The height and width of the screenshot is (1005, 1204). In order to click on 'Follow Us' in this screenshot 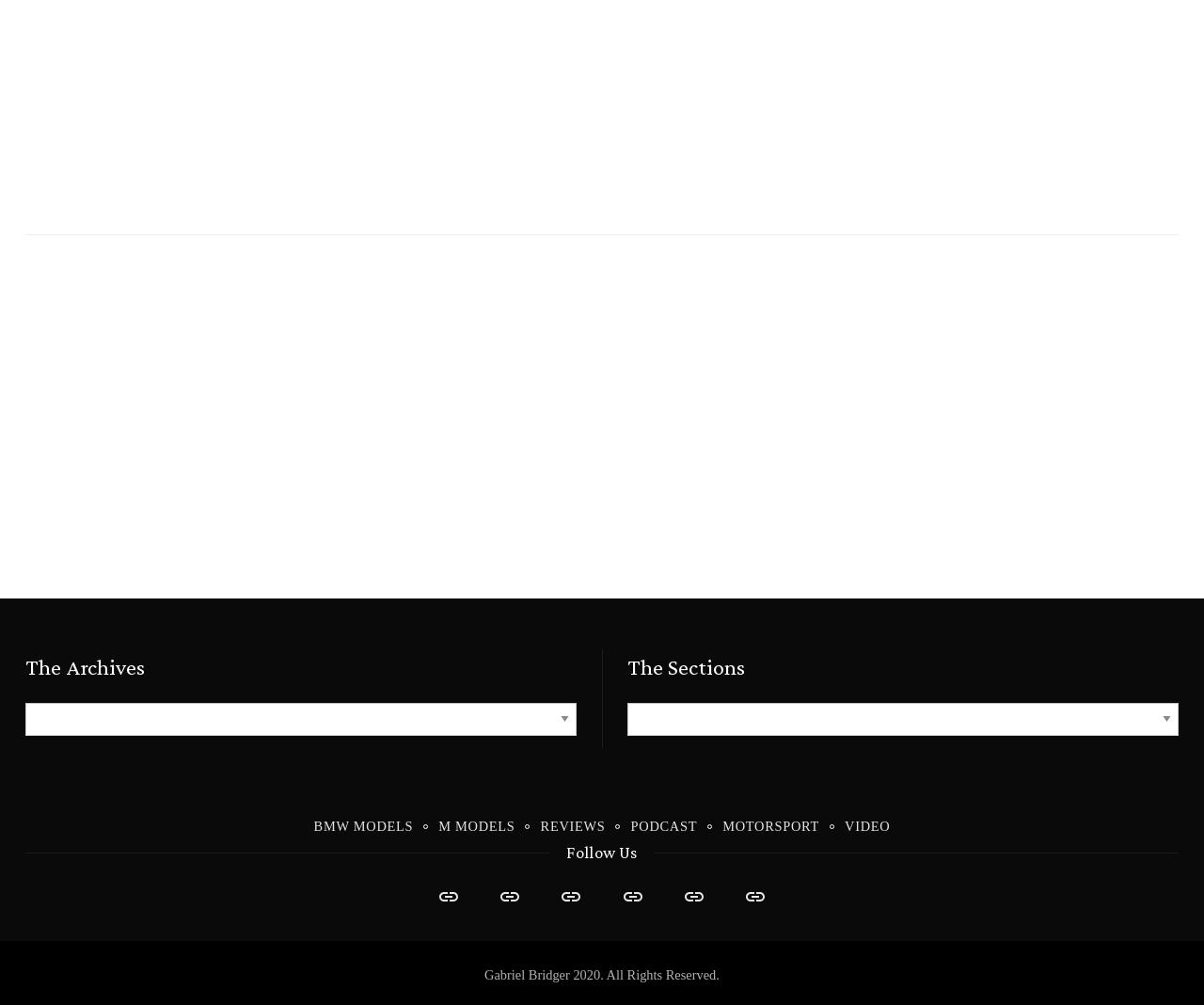, I will do `click(600, 851)`.